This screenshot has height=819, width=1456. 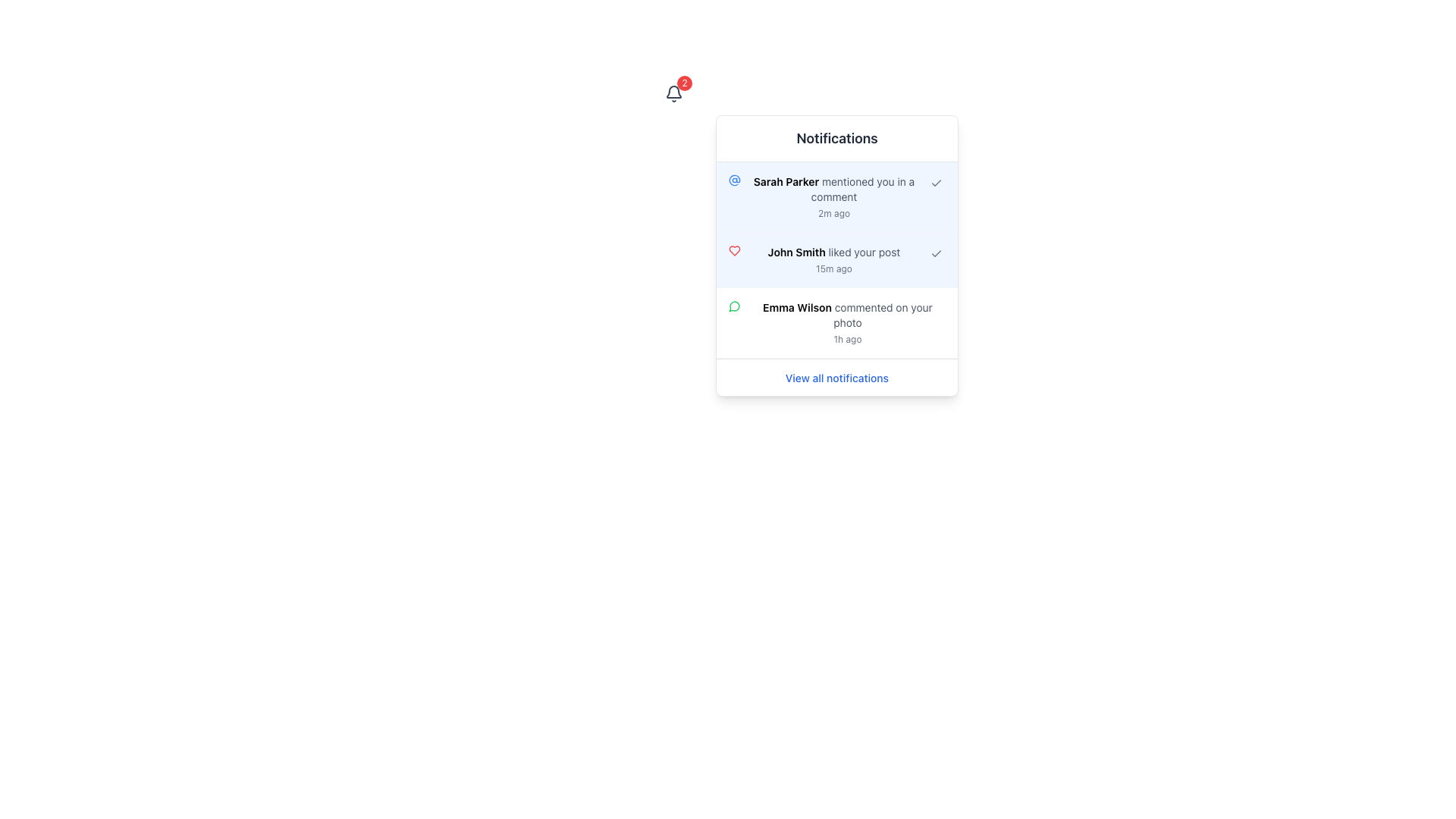 I want to click on text label displaying '1h ago', which is styled in gray and located below the notification text 'Emma Wilson commented on your photo.', so click(x=847, y=338).